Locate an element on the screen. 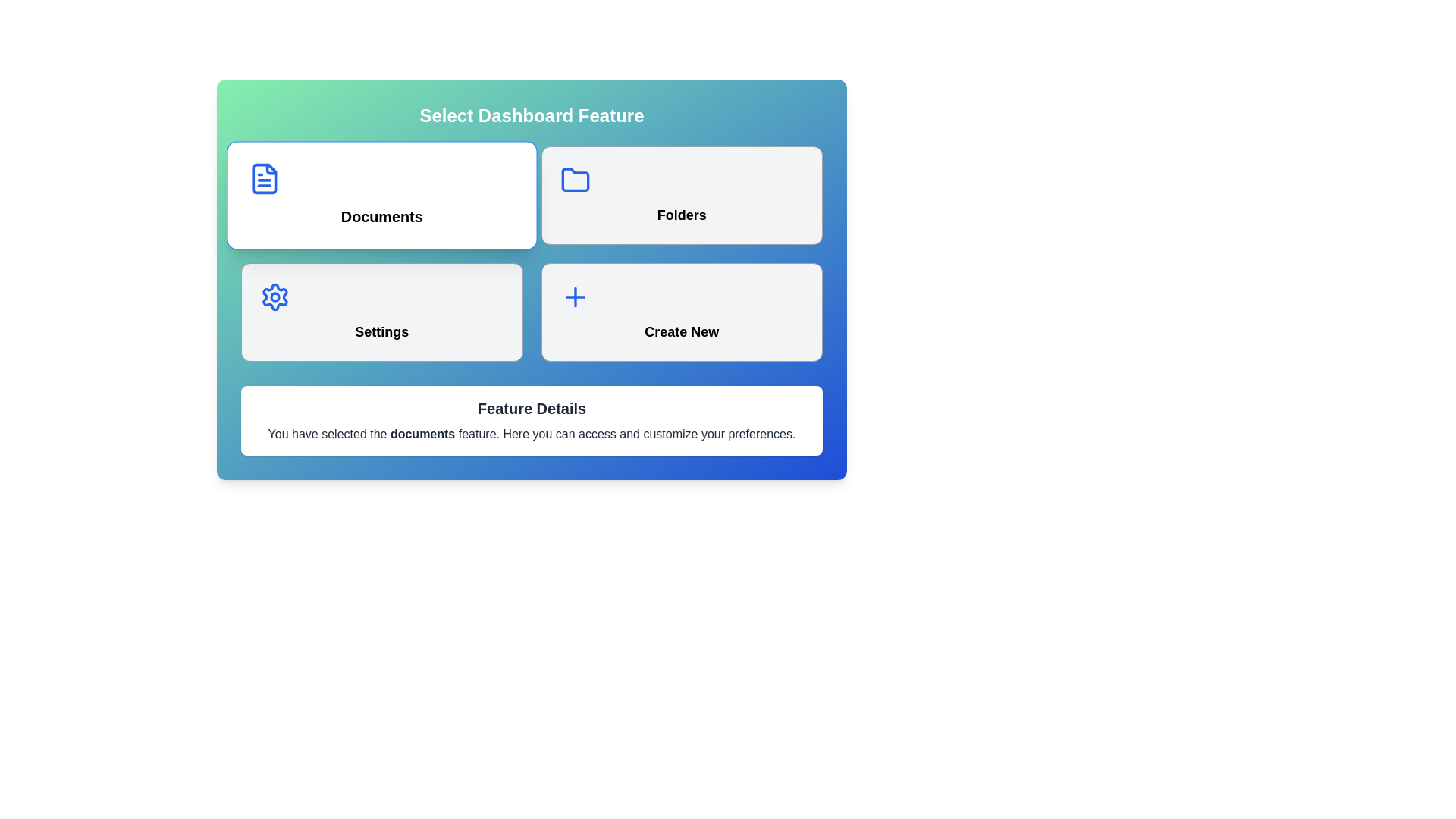  the 'Settings' icon located in the upper-left area of the 'Settings' card is located at coordinates (275, 297).